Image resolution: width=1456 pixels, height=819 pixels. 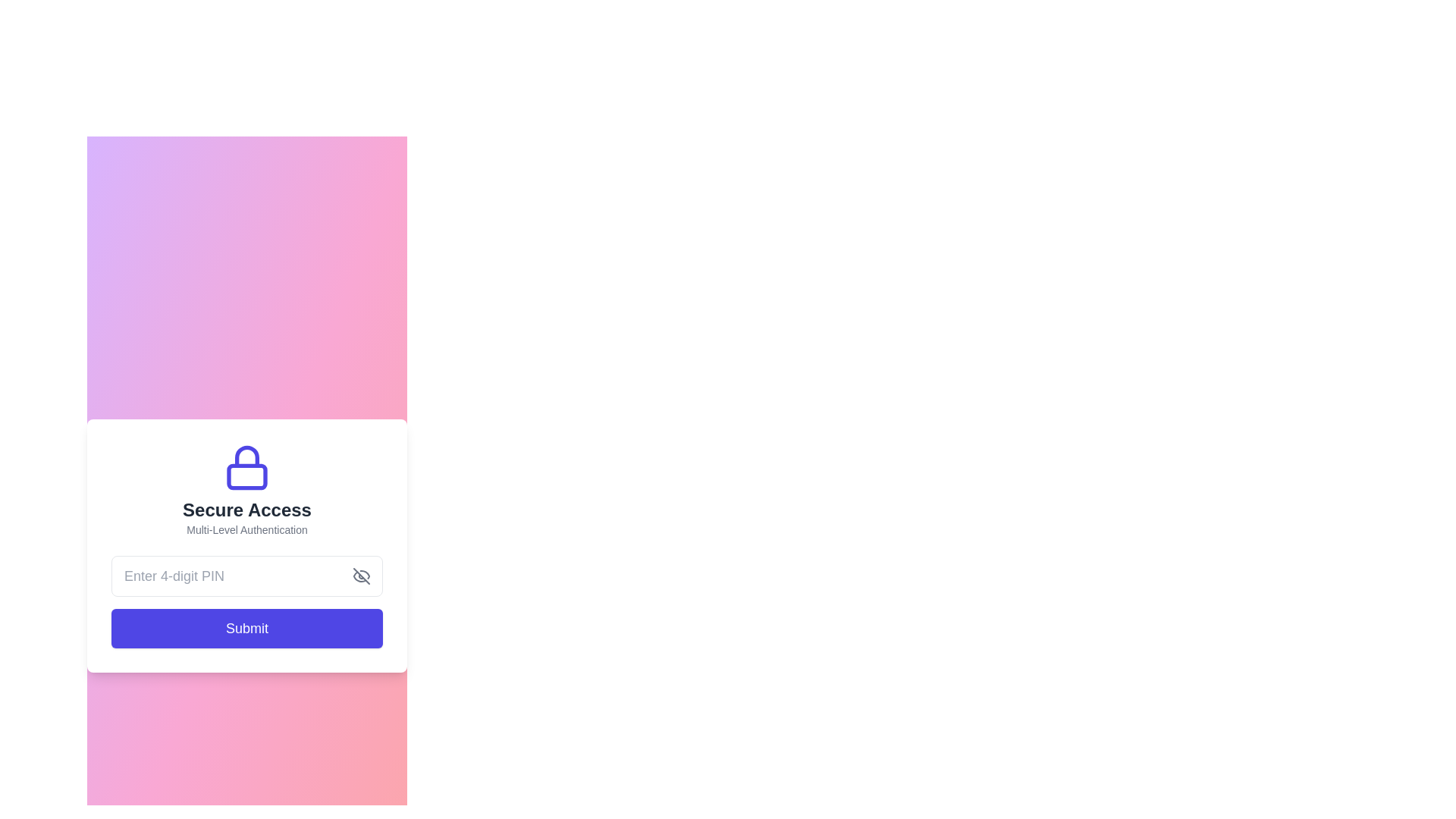 I want to click on the static text element displaying 'Secure Access', which is styled in bold, large font and is centrally aligned, located below a lock icon and above 'Multi-Level Authentication', so click(x=247, y=510).